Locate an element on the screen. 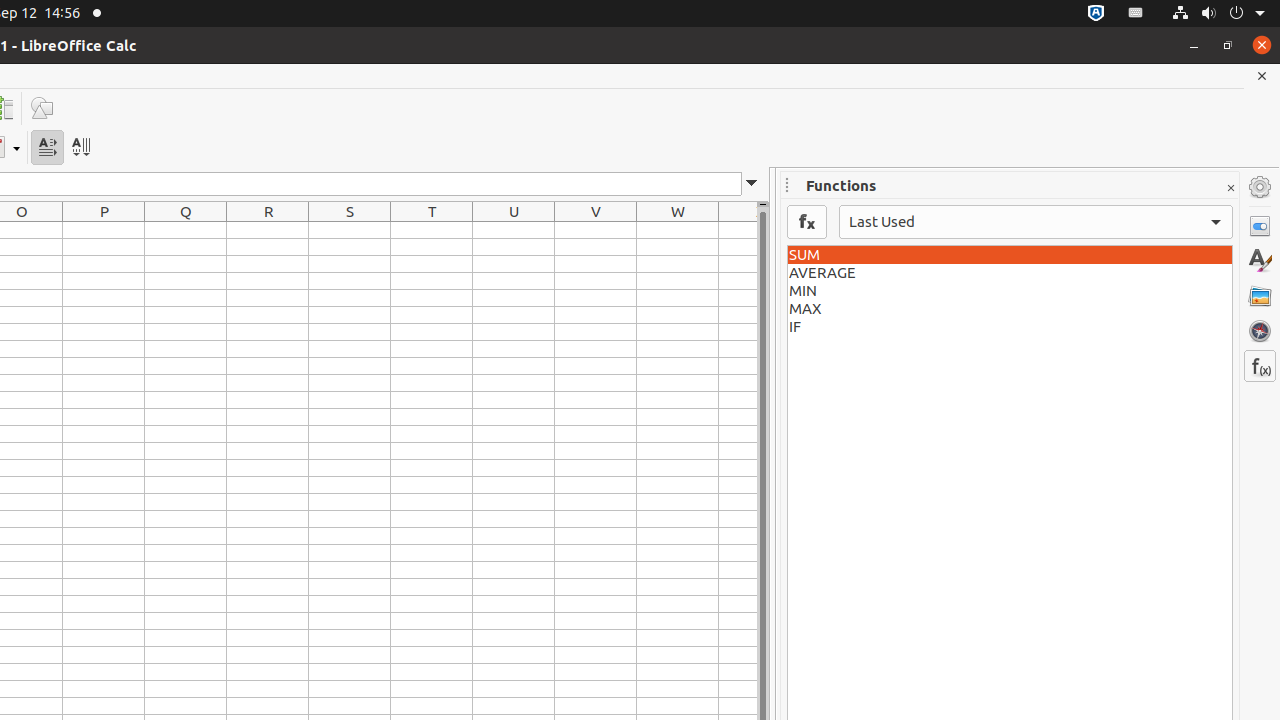 This screenshot has width=1280, height=720. 'Functions' is located at coordinates (1259, 365).